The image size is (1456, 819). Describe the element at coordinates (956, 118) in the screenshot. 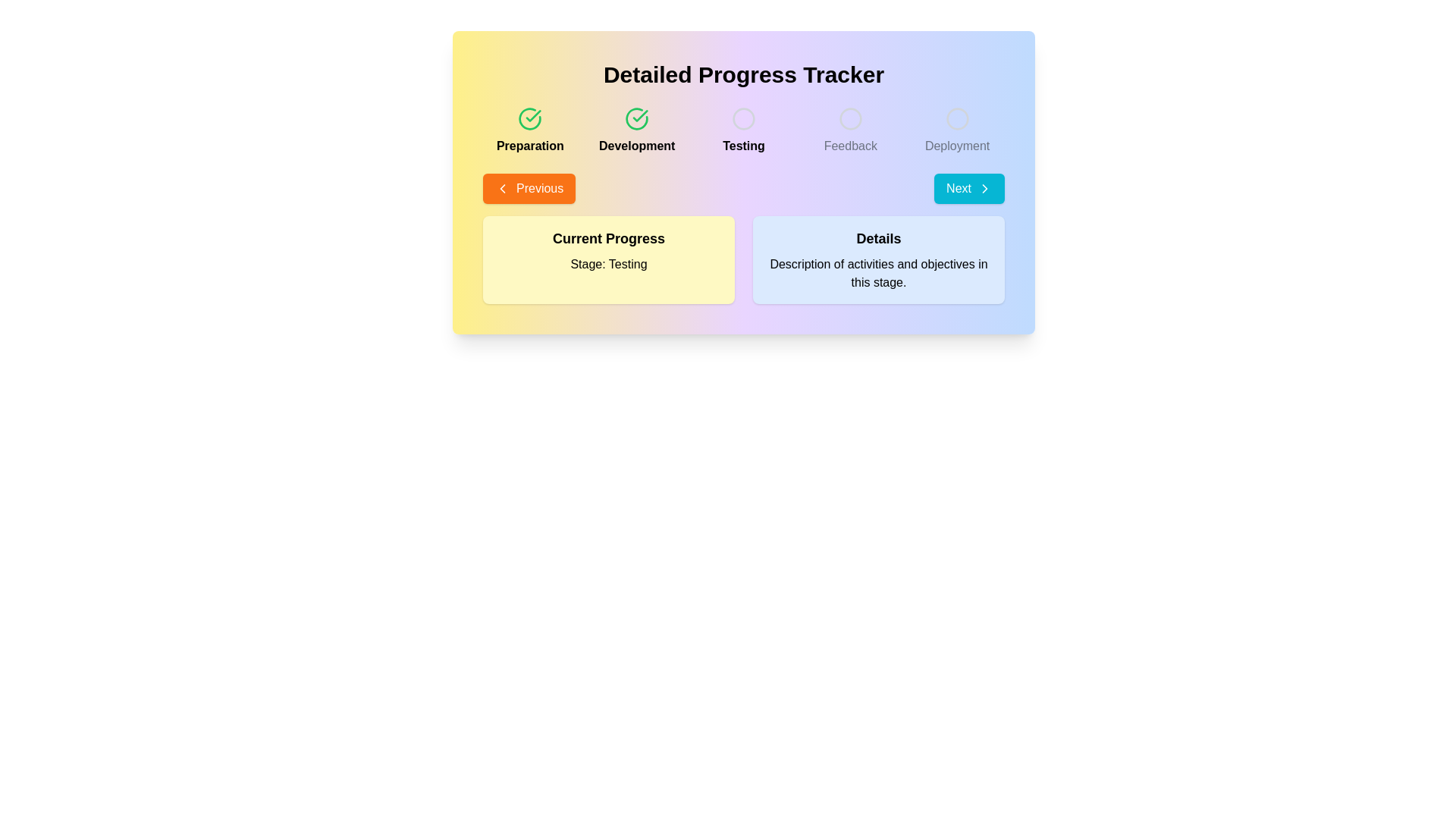

I see `the SVG circle element within the 'Deployment' section, which is a circular shape with a radius of 10 units` at that location.